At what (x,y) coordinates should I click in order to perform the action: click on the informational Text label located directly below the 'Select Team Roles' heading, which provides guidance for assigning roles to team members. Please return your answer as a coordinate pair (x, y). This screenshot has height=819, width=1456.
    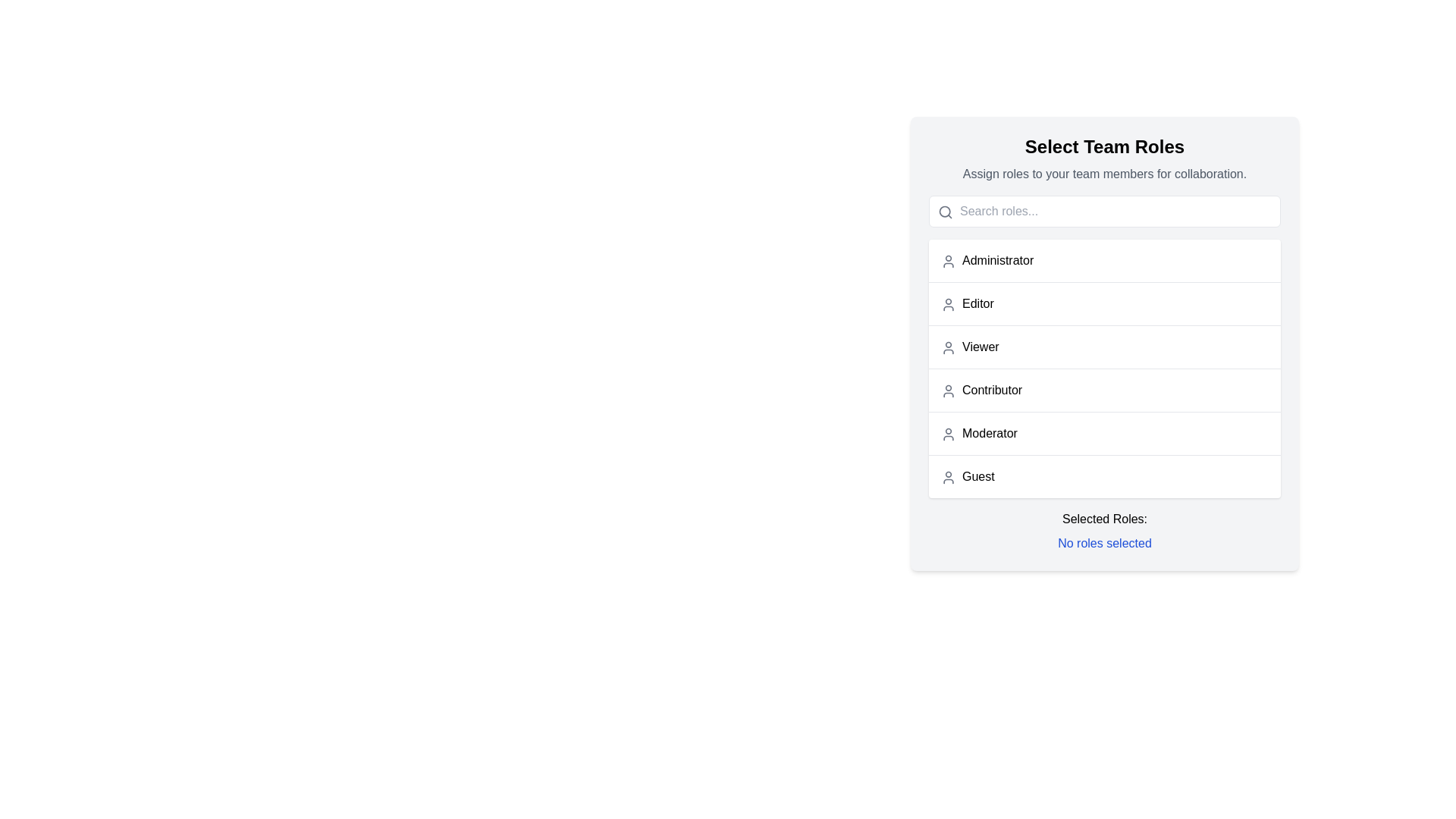
    Looking at the image, I should click on (1105, 174).